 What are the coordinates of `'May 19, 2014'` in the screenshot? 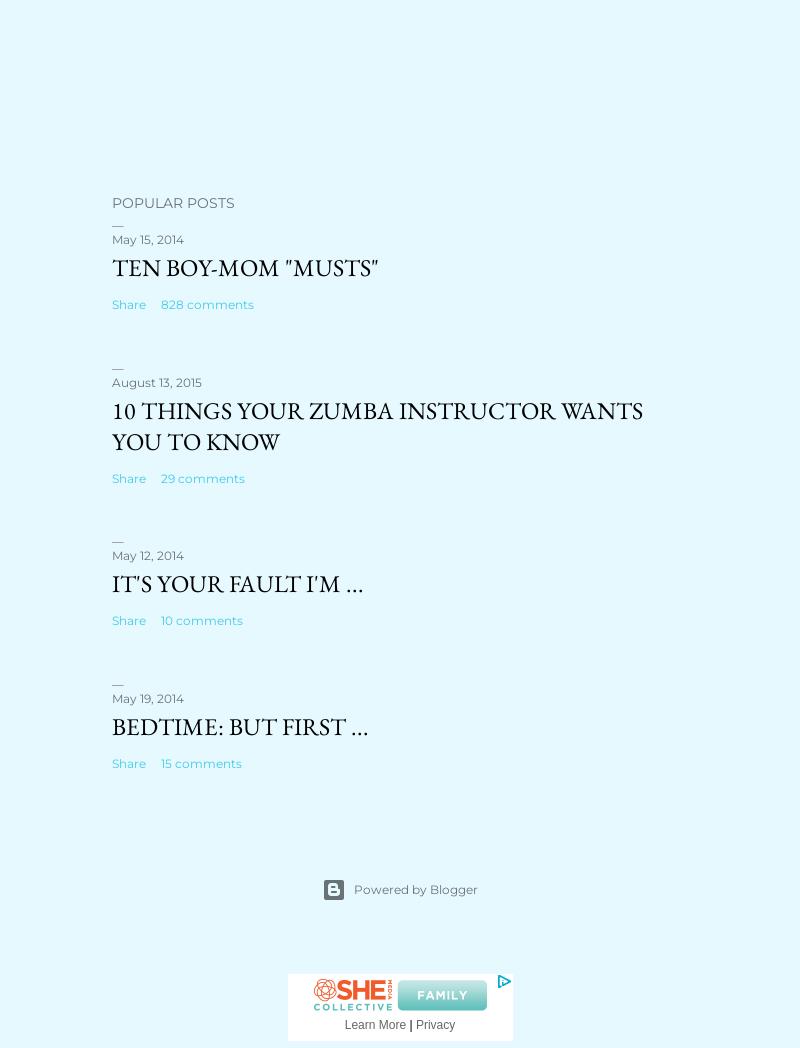 It's located at (111, 698).